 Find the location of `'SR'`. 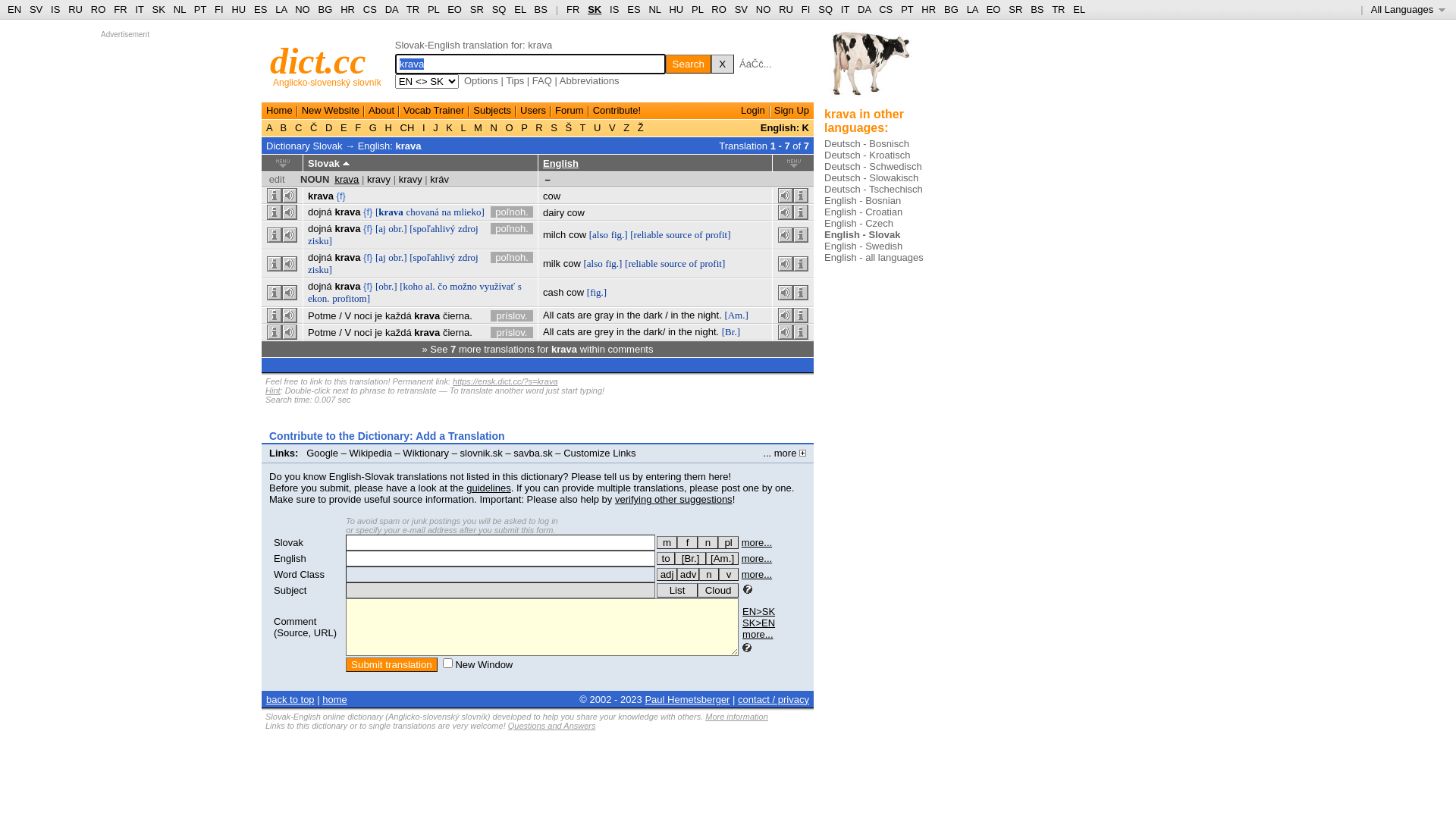

'SR' is located at coordinates (475, 9).